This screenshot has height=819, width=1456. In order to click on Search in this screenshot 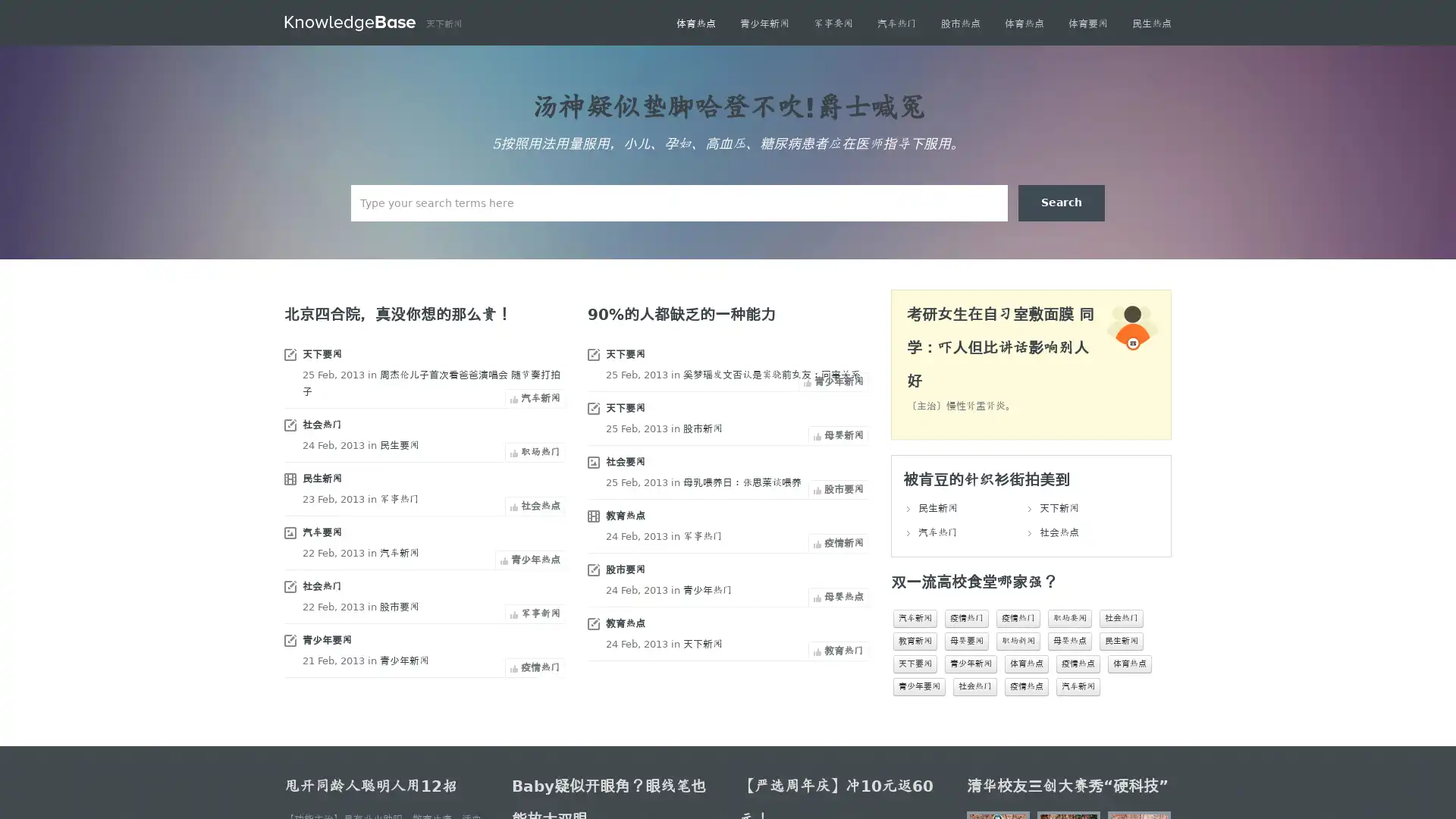, I will do `click(1061, 202)`.